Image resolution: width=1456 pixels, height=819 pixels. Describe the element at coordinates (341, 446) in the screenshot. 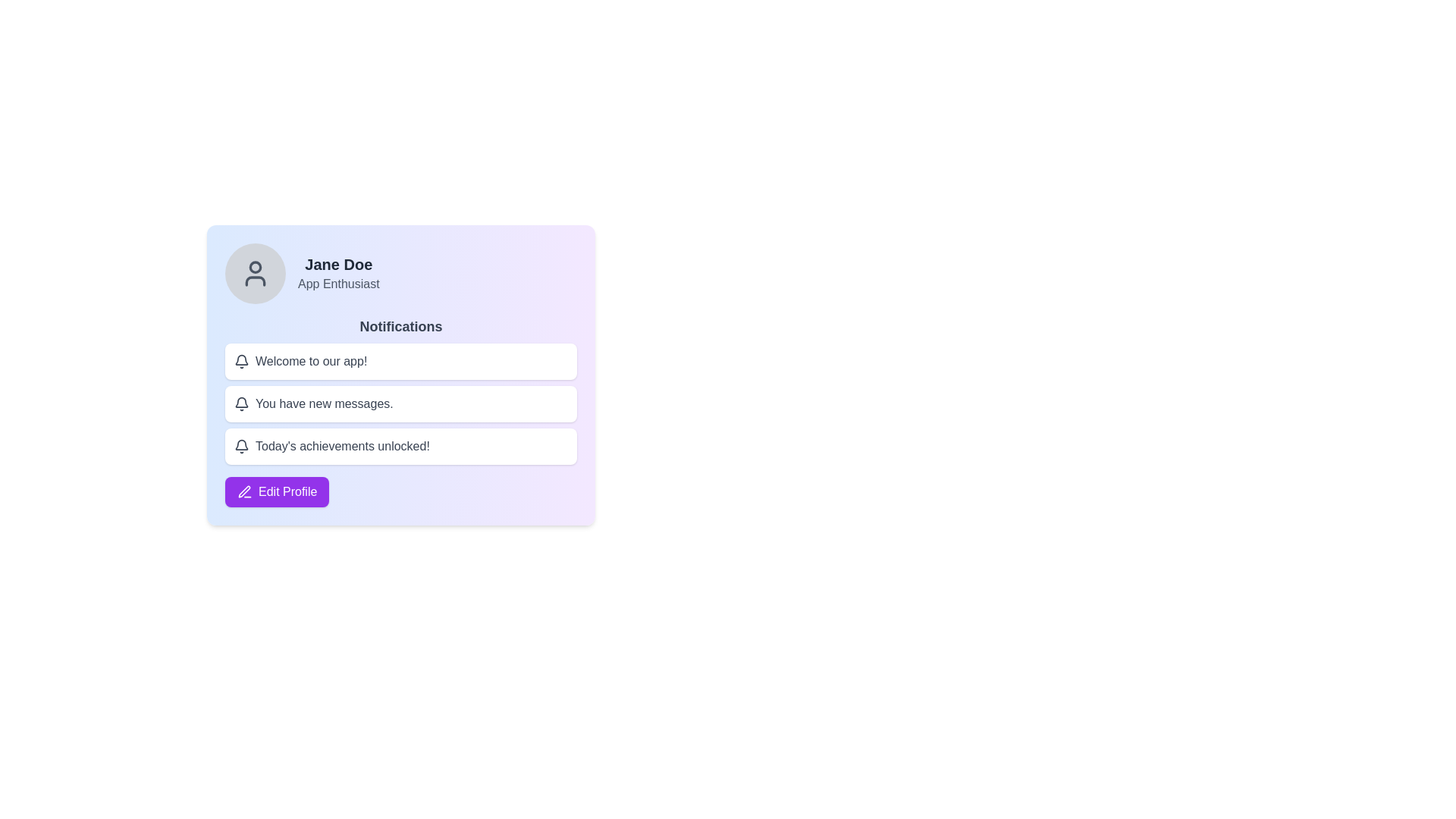

I see `the text label displaying the message "Today's achievements unlocked!" which is styled in gray and located near the bell icon for notifications` at that location.